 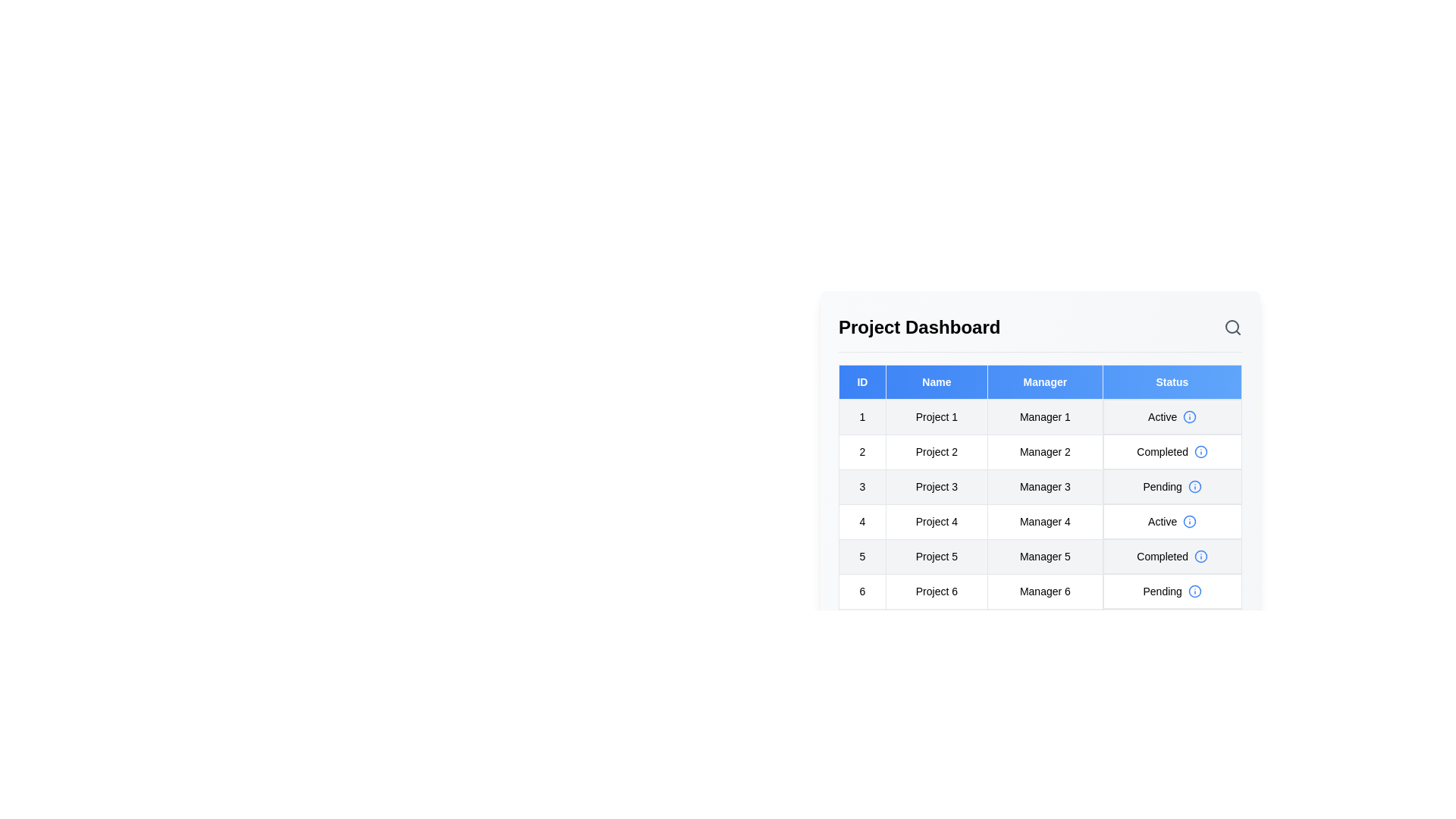 What do you see at coordinates (1189, 520) in the screenshot?
I see `the information icon for the status of project 4` at bounding box center [1189, 520].